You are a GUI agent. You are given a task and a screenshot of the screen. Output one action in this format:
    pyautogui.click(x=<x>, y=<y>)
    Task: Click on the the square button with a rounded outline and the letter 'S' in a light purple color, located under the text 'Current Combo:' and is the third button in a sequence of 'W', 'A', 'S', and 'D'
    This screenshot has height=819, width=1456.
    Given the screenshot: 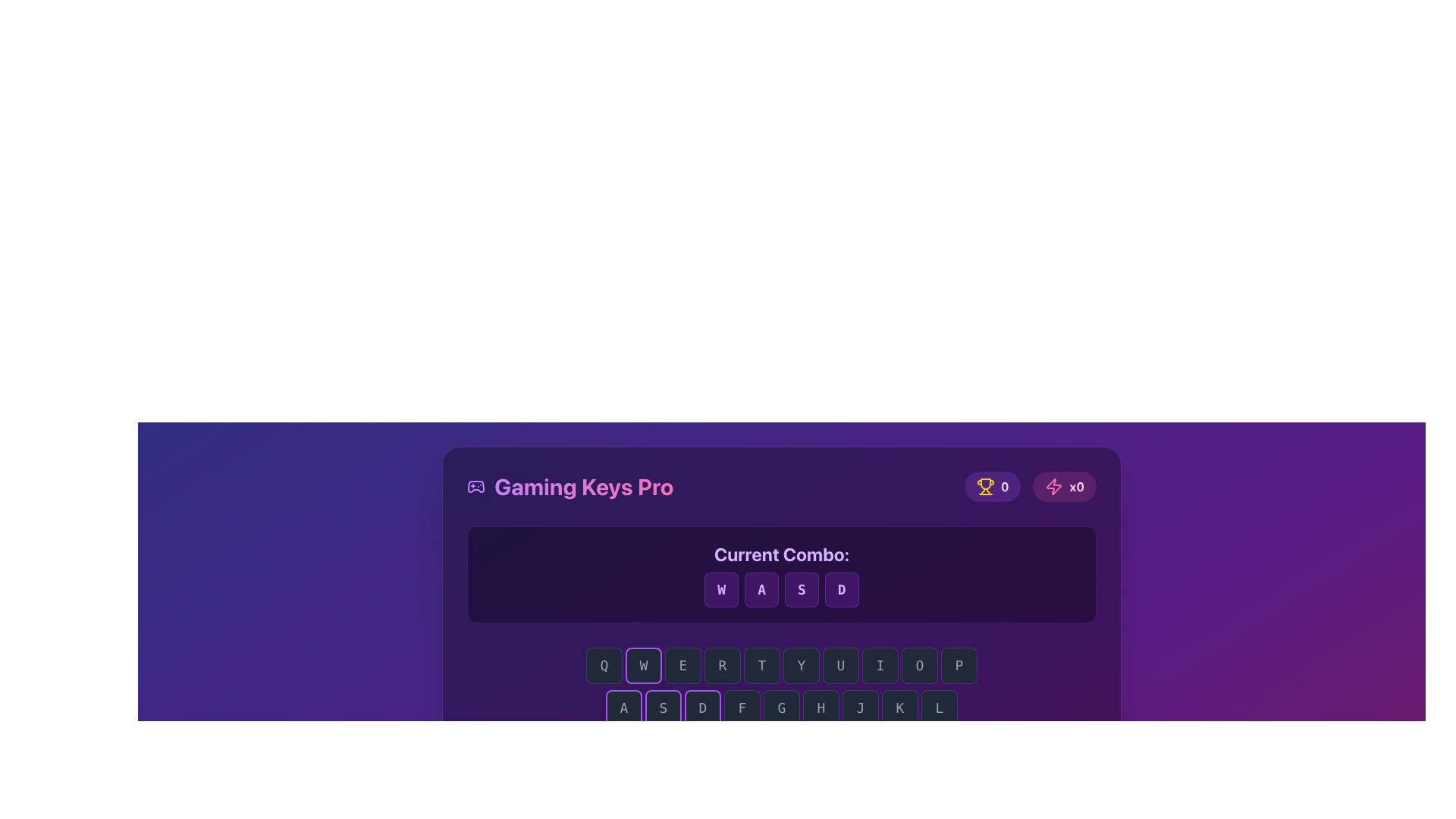 What is the action you would take?
    pyautogui.click(x=801, y=589)
    